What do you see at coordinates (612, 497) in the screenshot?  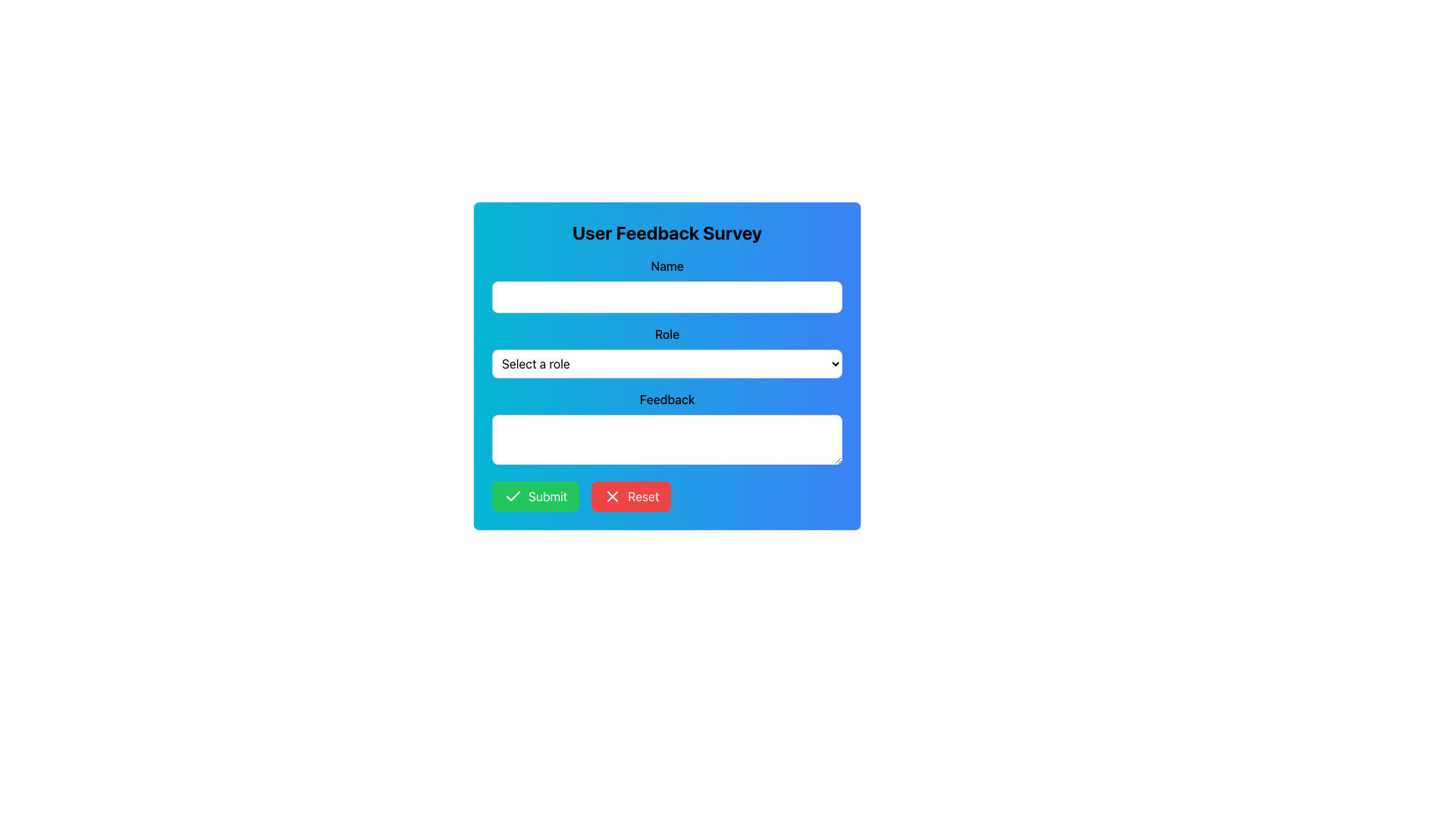 I see `the 'Reset' icon (SVG) located at the bottom right of the form` at bounding box center [612, 497].